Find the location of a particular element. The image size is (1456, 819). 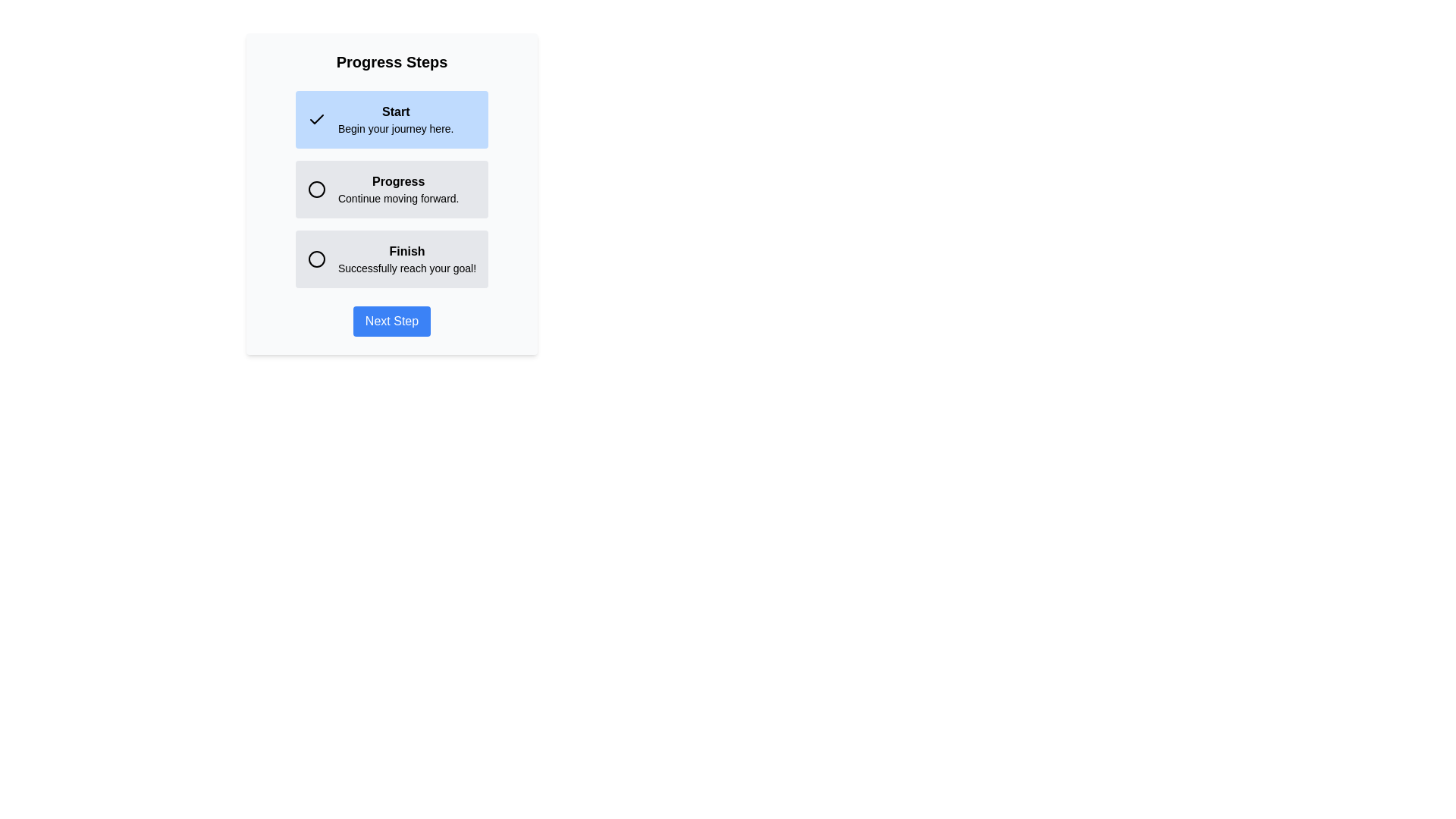

the SVG Circle Graphic with a bold black outline located at the left of the 'Progress' section is located at coordinates (315, 189).